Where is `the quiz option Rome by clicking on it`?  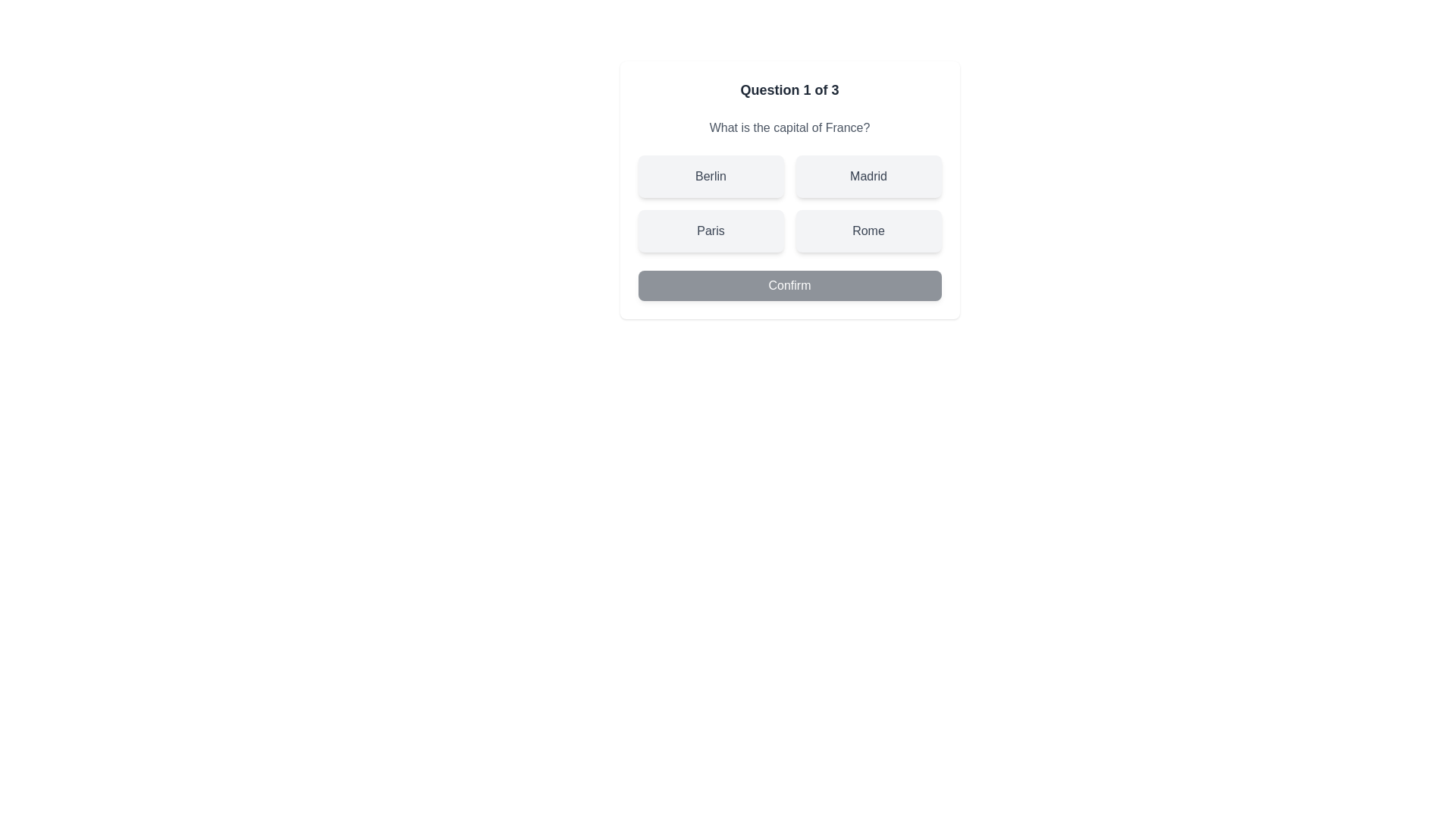 the quiz option Rome by clicking on it is located at coordinates (868, 231).